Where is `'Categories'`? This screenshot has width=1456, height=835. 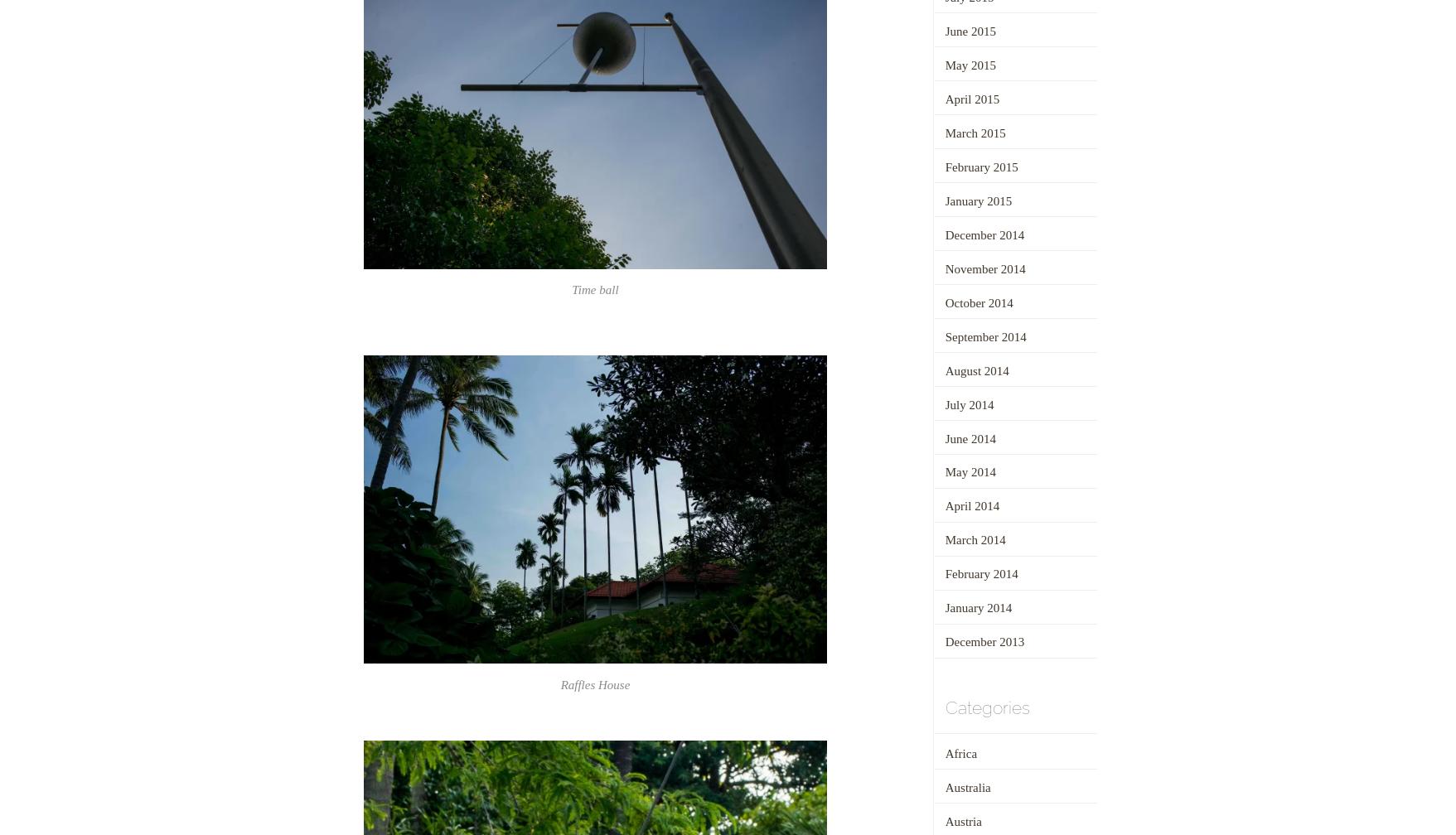 'Categories' is located at coordinates (943, 707).